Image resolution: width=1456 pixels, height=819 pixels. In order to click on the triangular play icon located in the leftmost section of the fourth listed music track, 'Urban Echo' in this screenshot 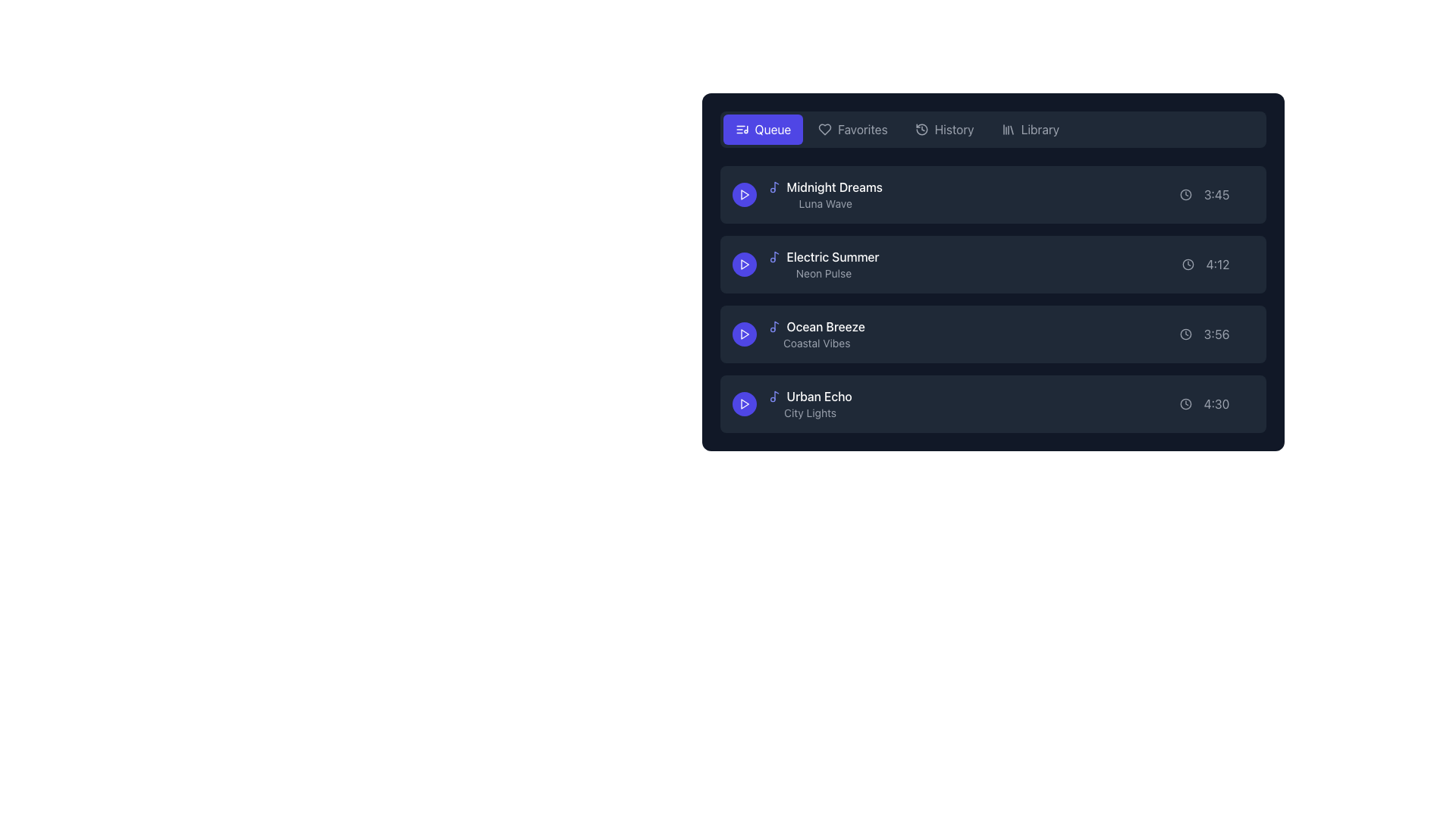, I will do `click(745, 403)`.